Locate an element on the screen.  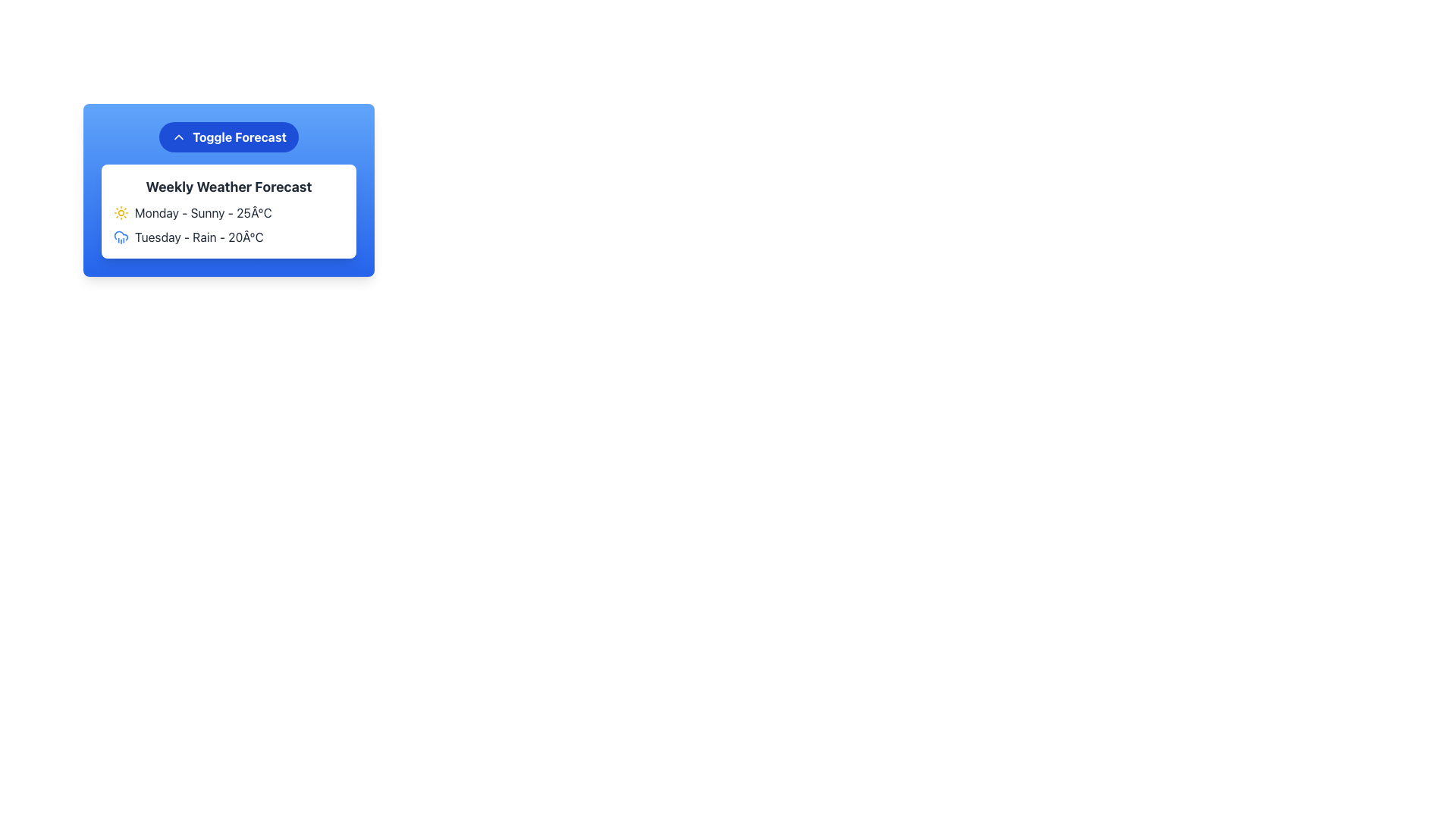
the 'Toggle Forecast' button, which has a blue background, white bold text, and is located in the upper section of the weather forecast card is located at coordinates (228, 137).